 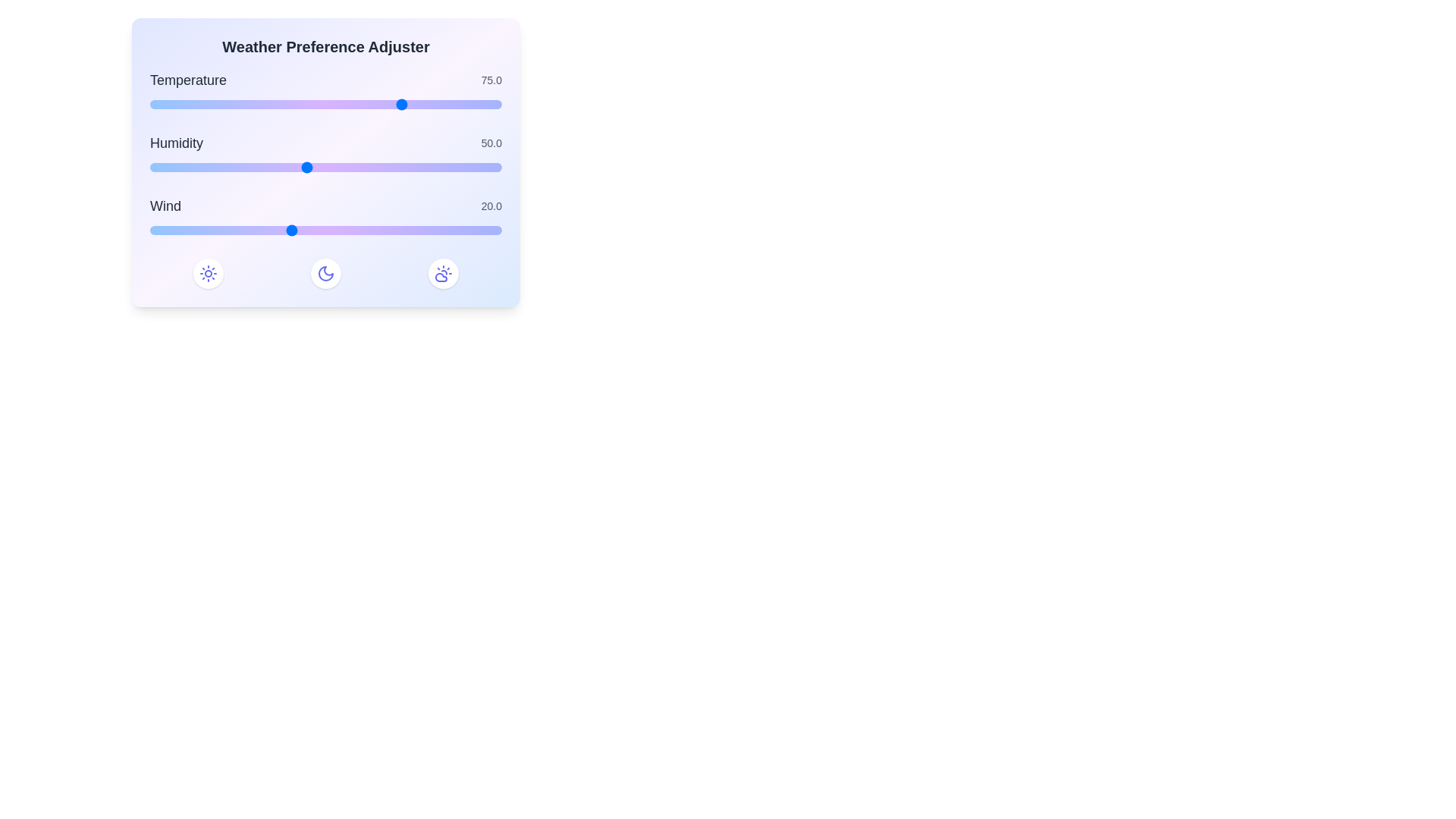 I want to click on the temperature, so click(x=177, y=104).